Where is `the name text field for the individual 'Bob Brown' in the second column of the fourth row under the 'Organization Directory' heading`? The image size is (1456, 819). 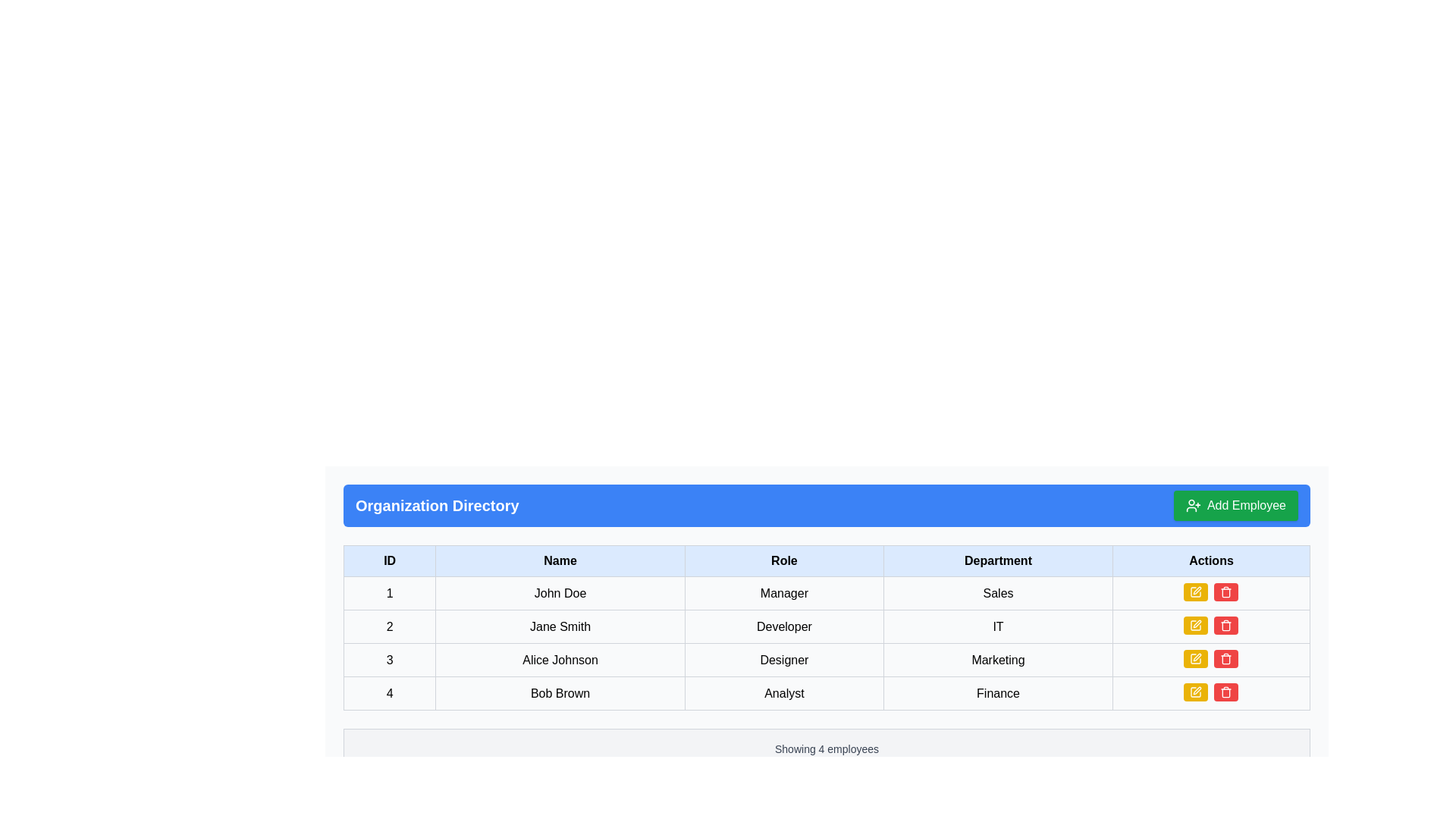 the name text field for the individual 'Bob Brown' in the second column of the fourth row under the 'Organization Directory' heading is located at coordinates (560, 693).